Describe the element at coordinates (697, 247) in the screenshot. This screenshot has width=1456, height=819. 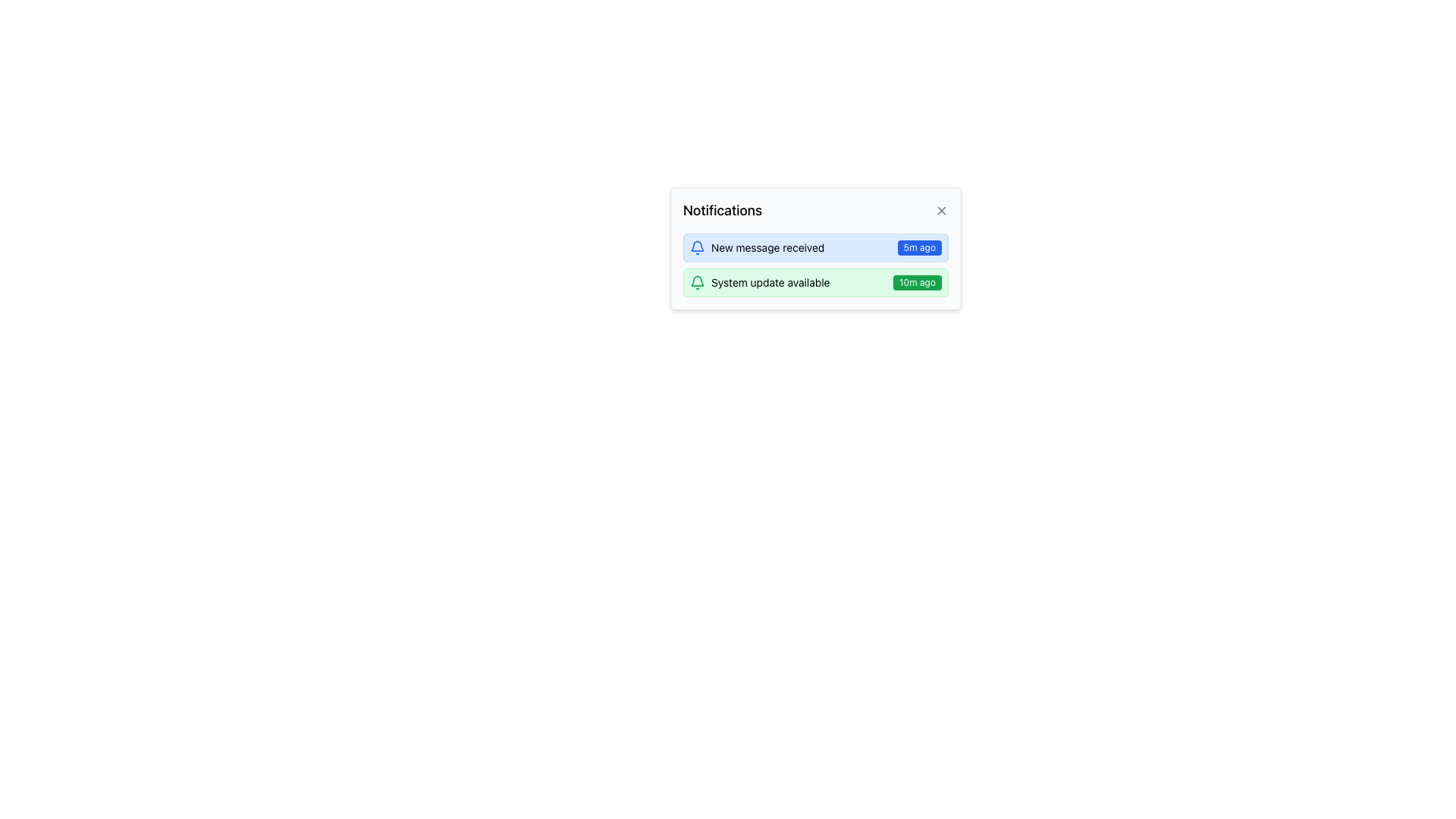
I see `the message alert icon located in the topmost notification card, which is positioned to the far left of the text 'New message received'` at that location.